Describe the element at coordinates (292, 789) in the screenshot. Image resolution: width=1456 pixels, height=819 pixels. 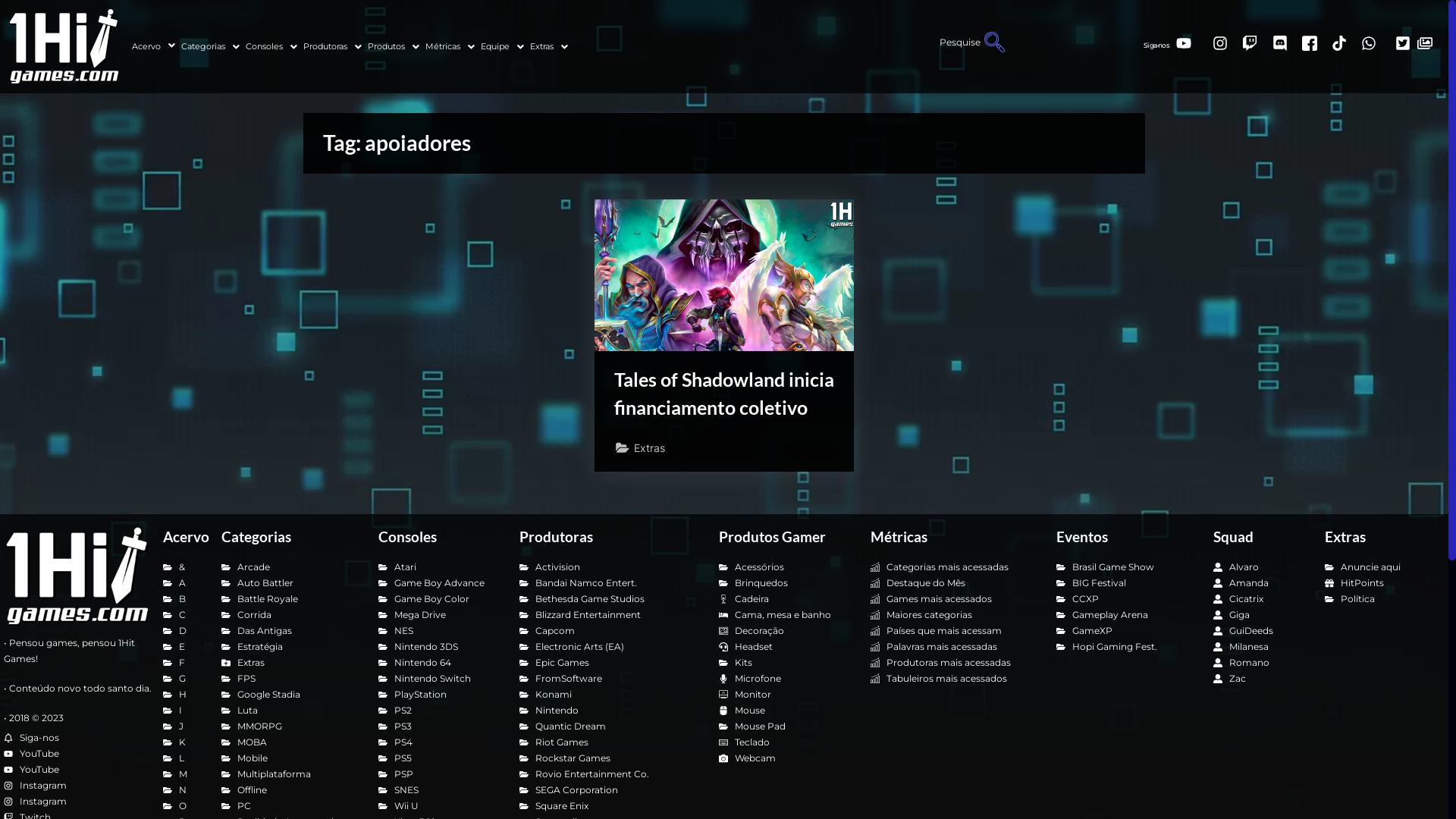
I see `'Offline'` at that location.